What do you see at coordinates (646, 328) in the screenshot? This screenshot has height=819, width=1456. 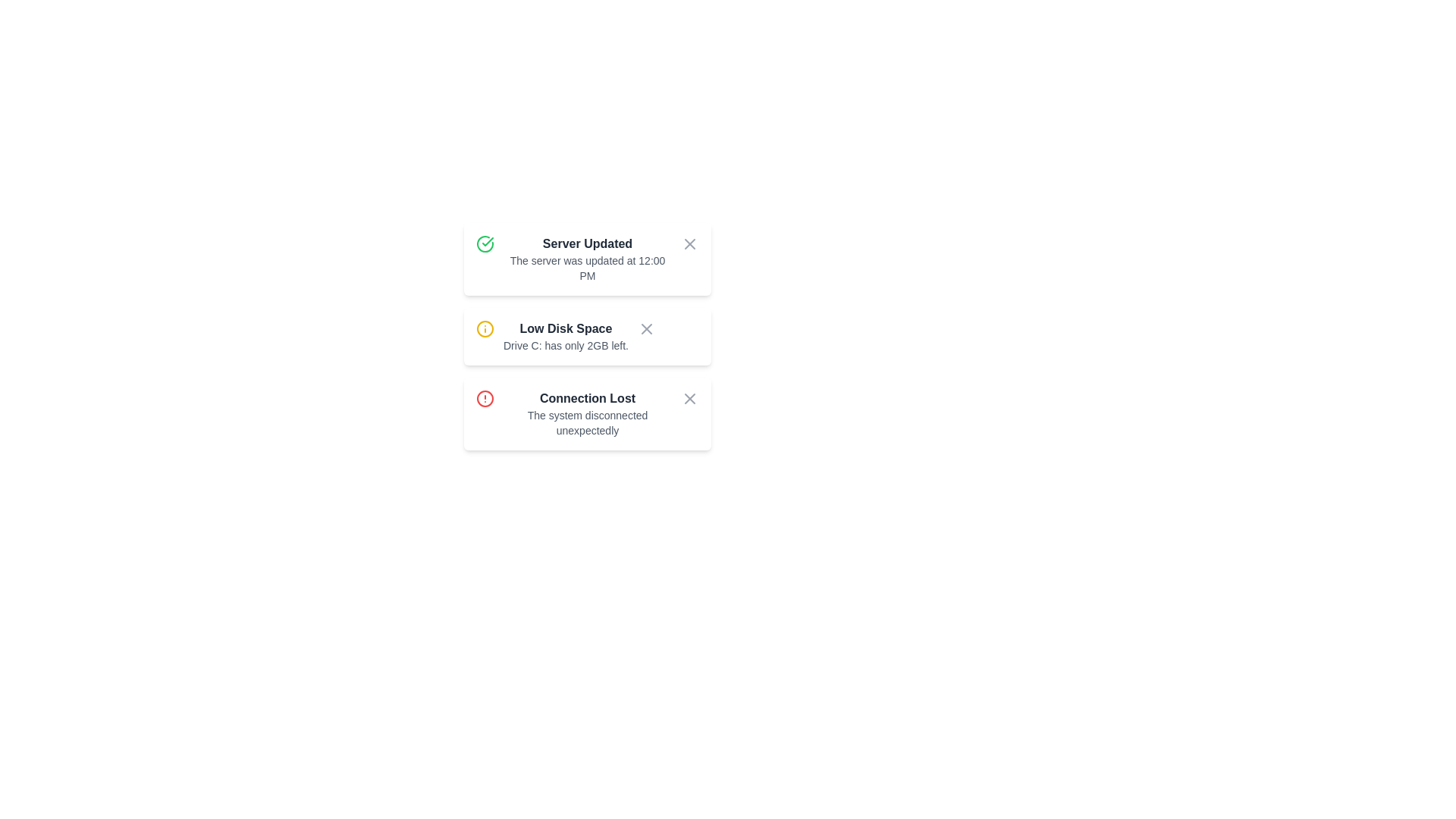 I see `the close icon represented by an 'X' within the 'Connection Lost' notification card to observe its hover-specific styling effects` at bounding box center [646, 328].